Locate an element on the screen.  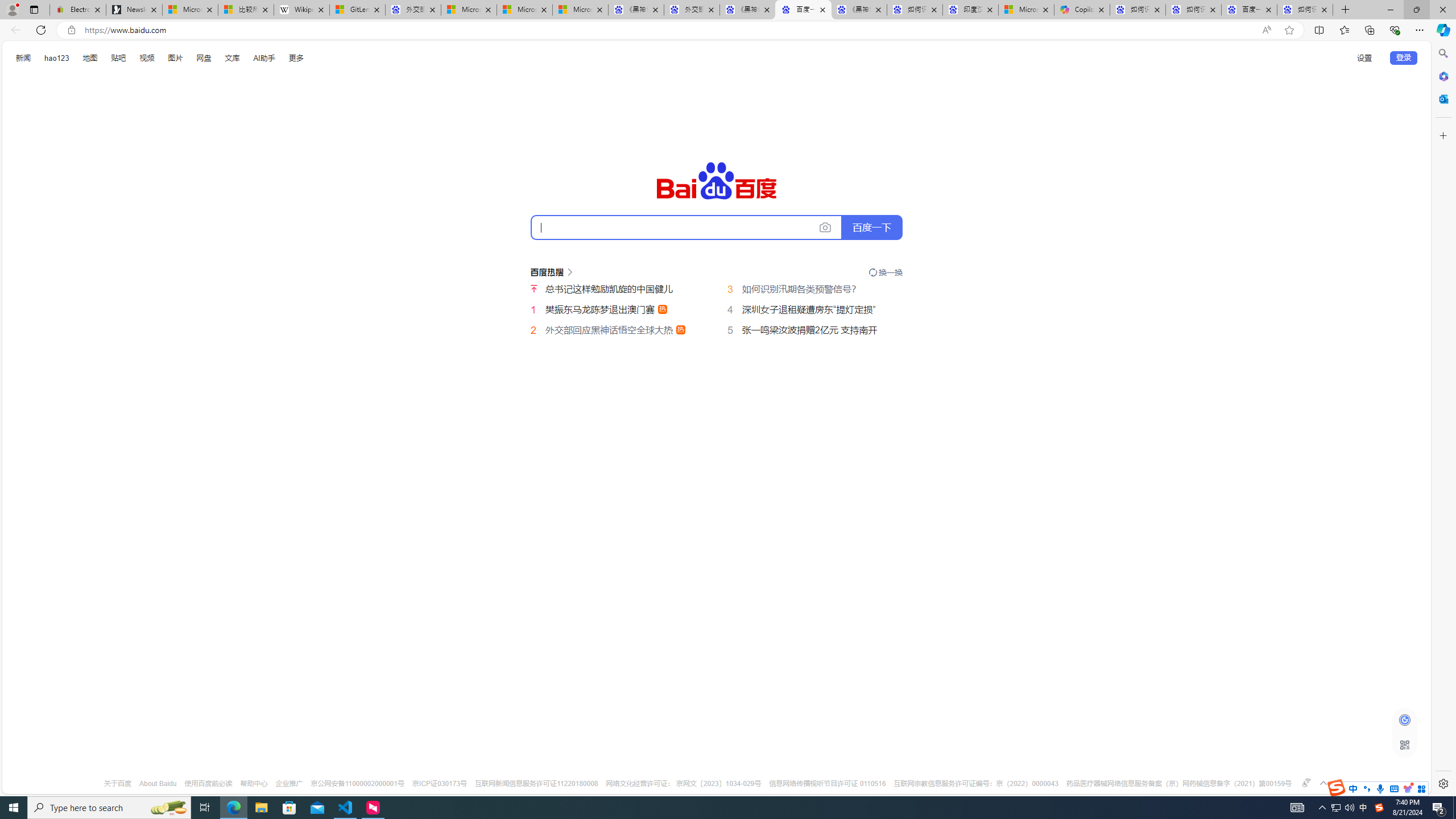
'hao123' is located at coordinates (56, 58).